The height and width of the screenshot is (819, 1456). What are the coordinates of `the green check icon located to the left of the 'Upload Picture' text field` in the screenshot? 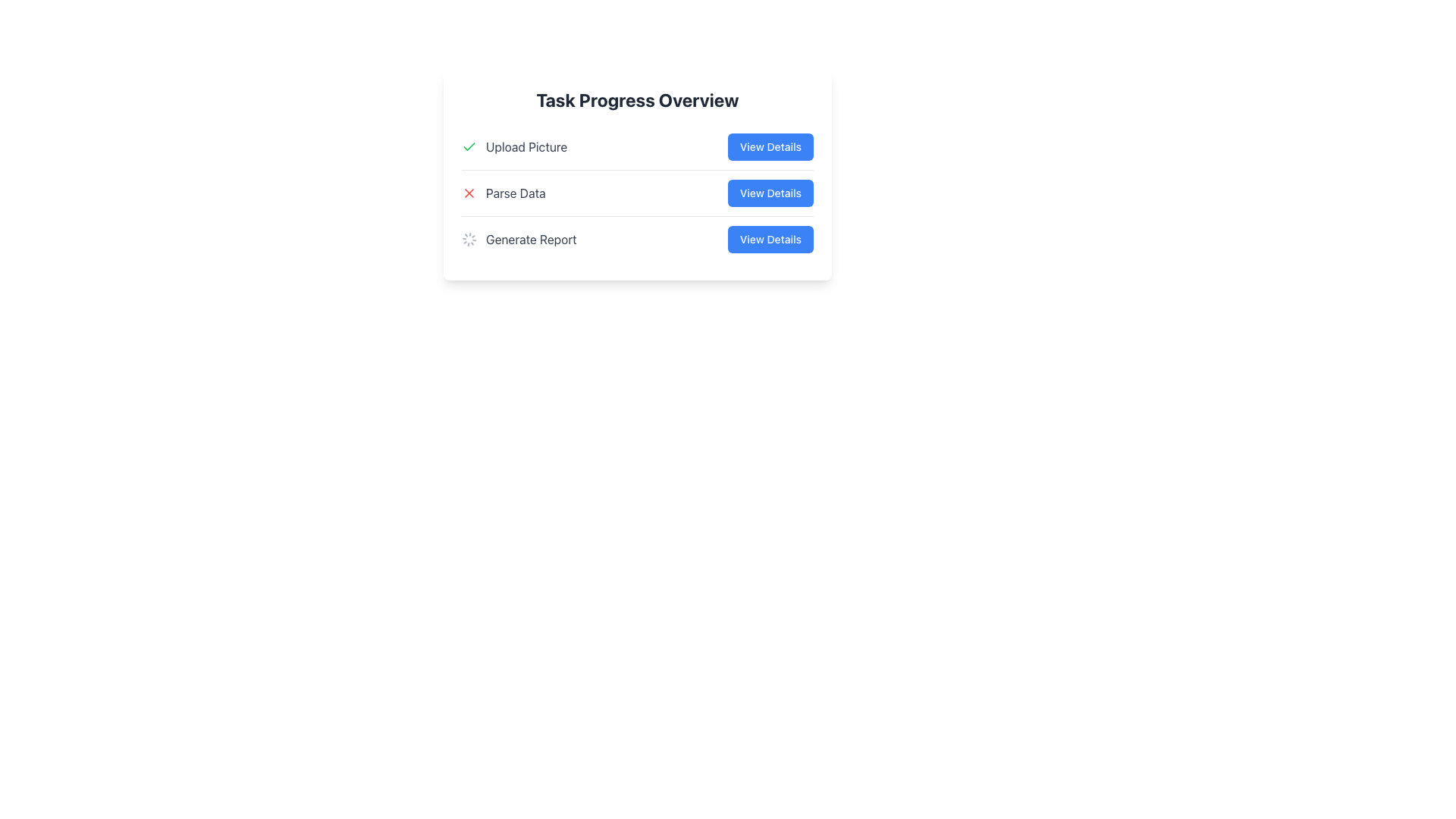 It's located at (469, 146).